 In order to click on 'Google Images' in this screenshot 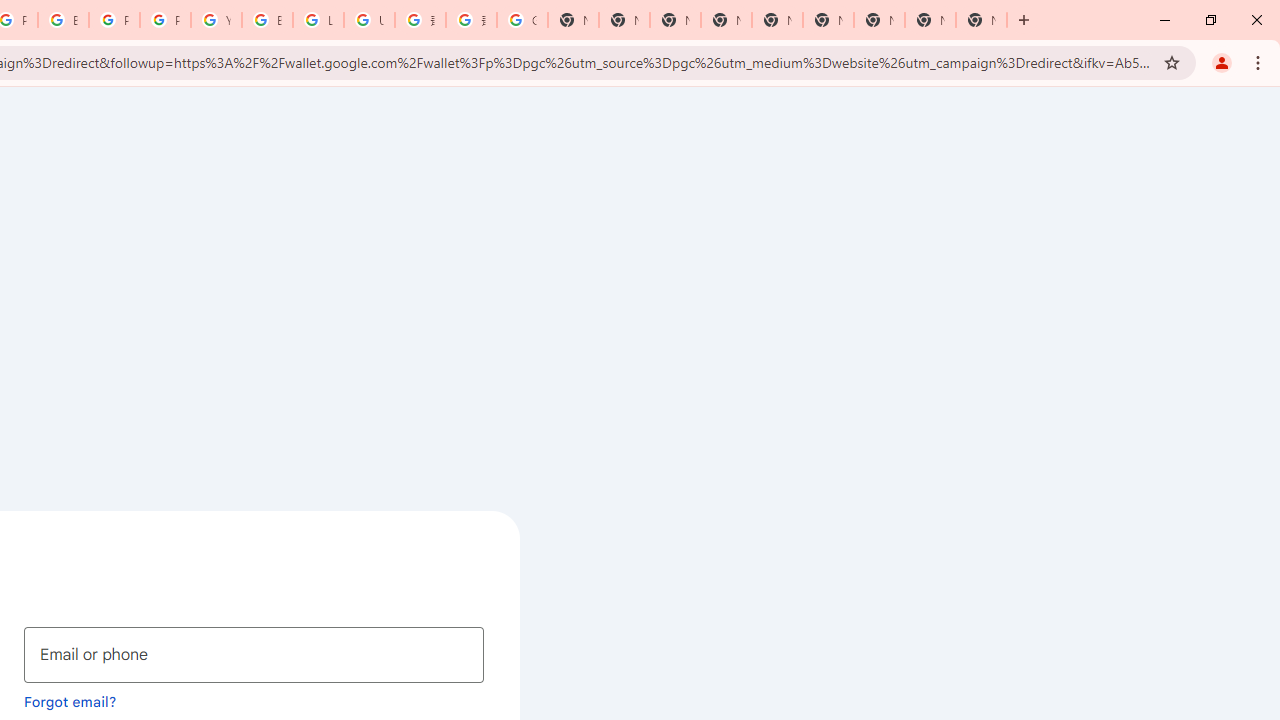, I will do `click(522, 20)`.